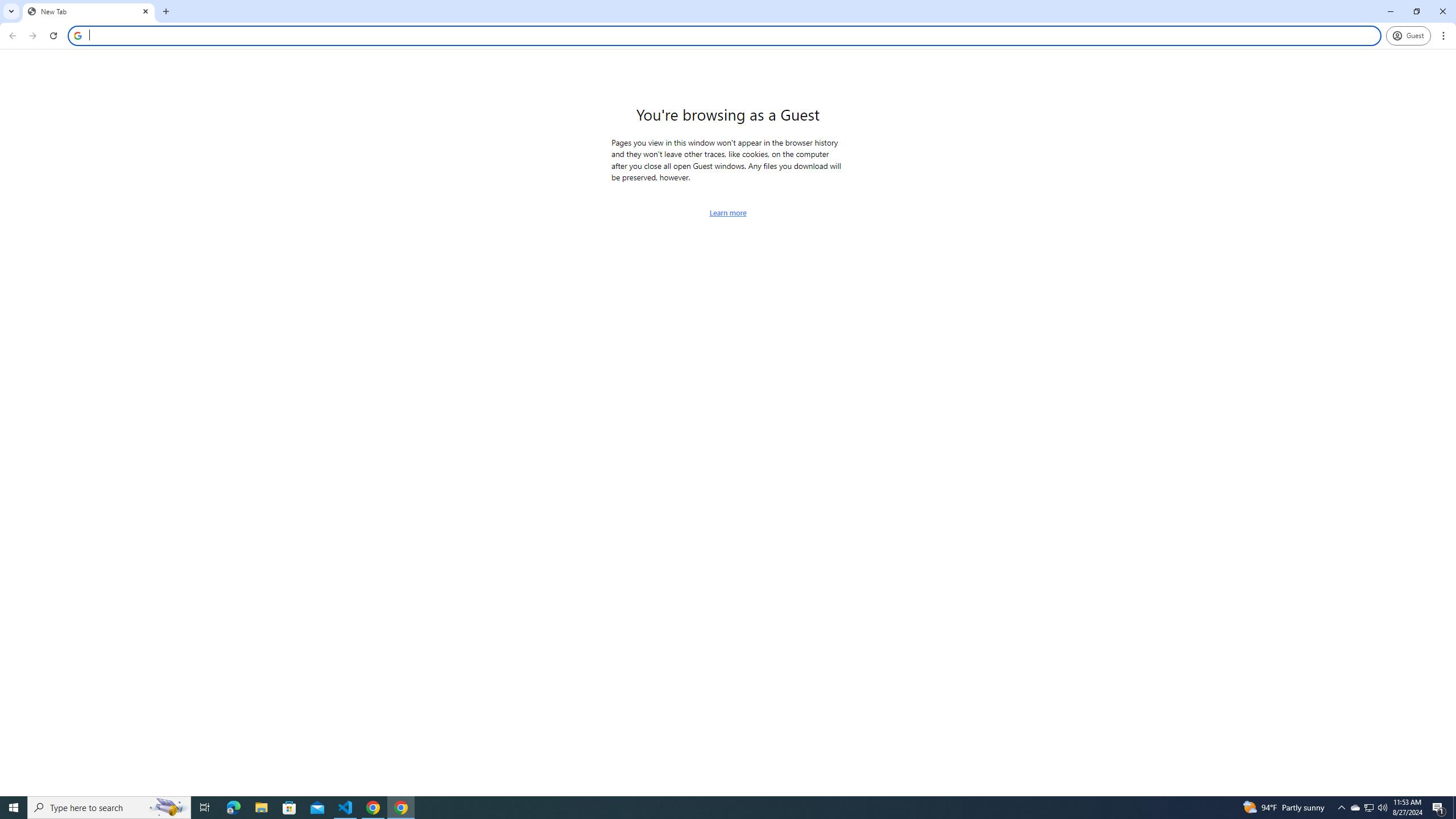 The height and width of the screenshot is (819, 1456). What do you see at coordinates (1408, 35) in the screenshot?
I see `'Guest'` at bounding box center [1408, 35].